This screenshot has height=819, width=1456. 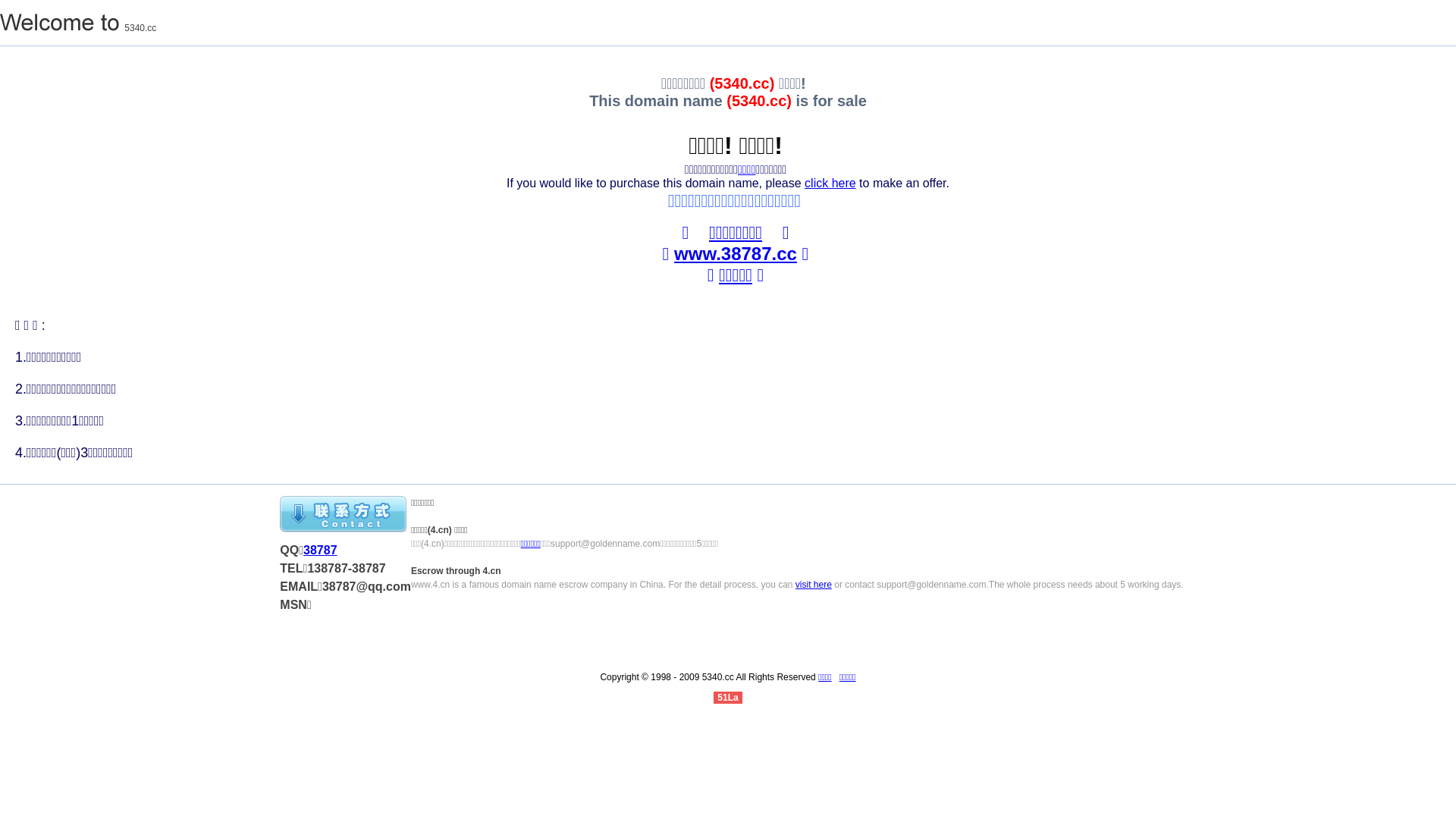 I want to click on 'visit here', so click(x=813, y=584).